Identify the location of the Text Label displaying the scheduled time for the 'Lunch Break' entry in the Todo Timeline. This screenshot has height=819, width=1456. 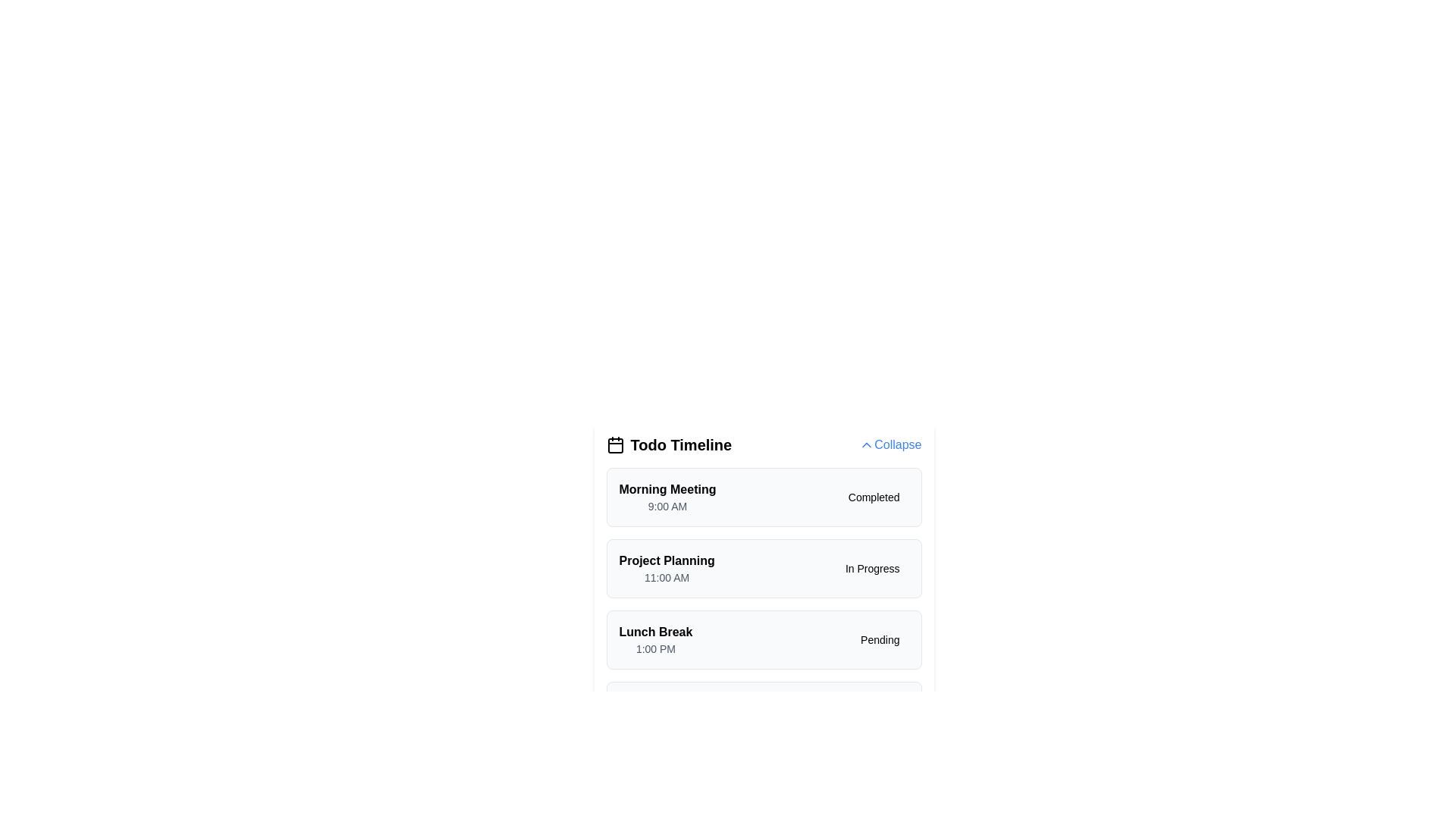
(655, 648).